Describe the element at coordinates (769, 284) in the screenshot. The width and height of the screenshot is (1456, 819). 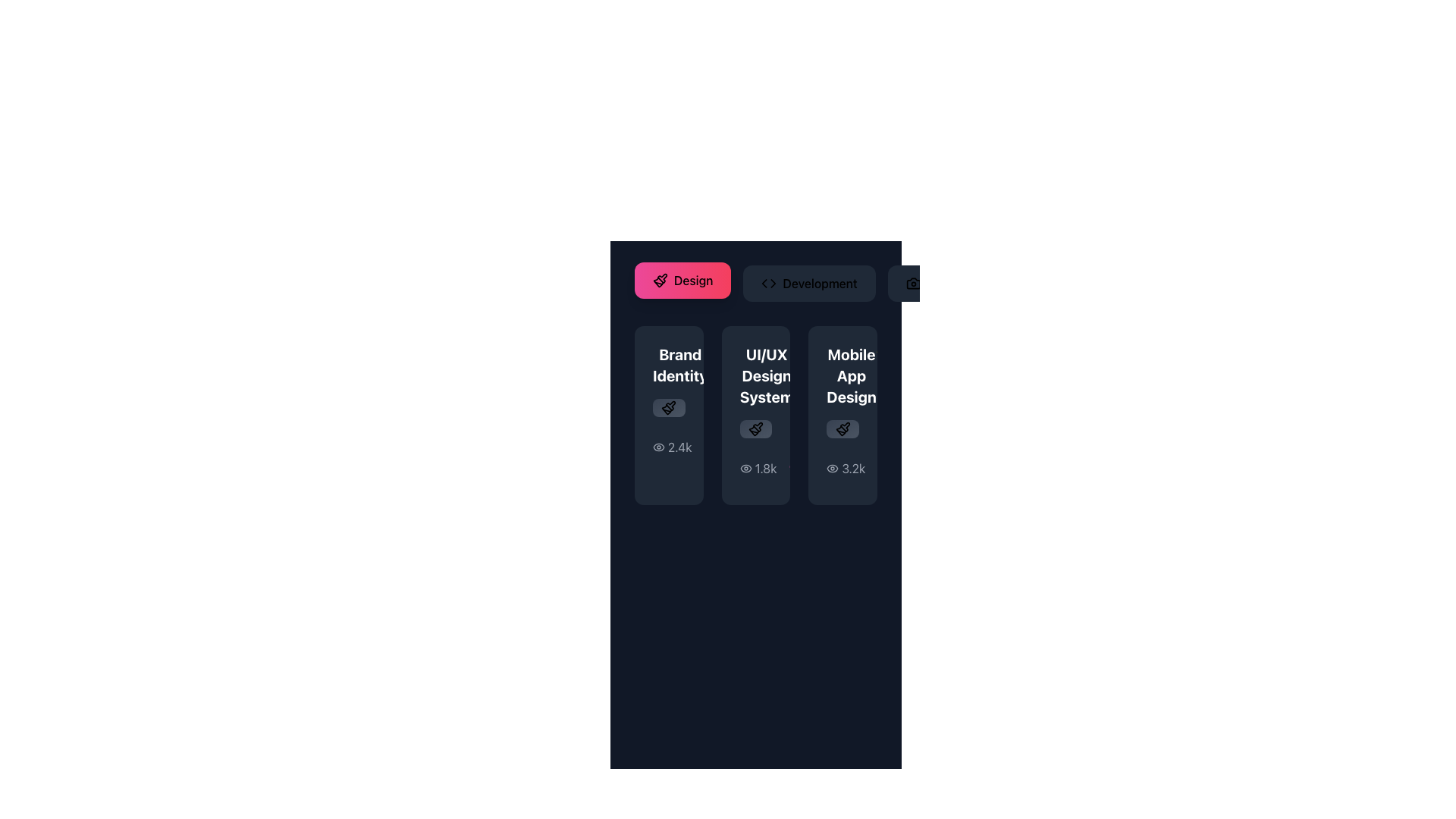
I see `the SVG icon resembling a code symbol, which is positioned next to the text labeled 'Development' within a dark rectangular button` at that location.